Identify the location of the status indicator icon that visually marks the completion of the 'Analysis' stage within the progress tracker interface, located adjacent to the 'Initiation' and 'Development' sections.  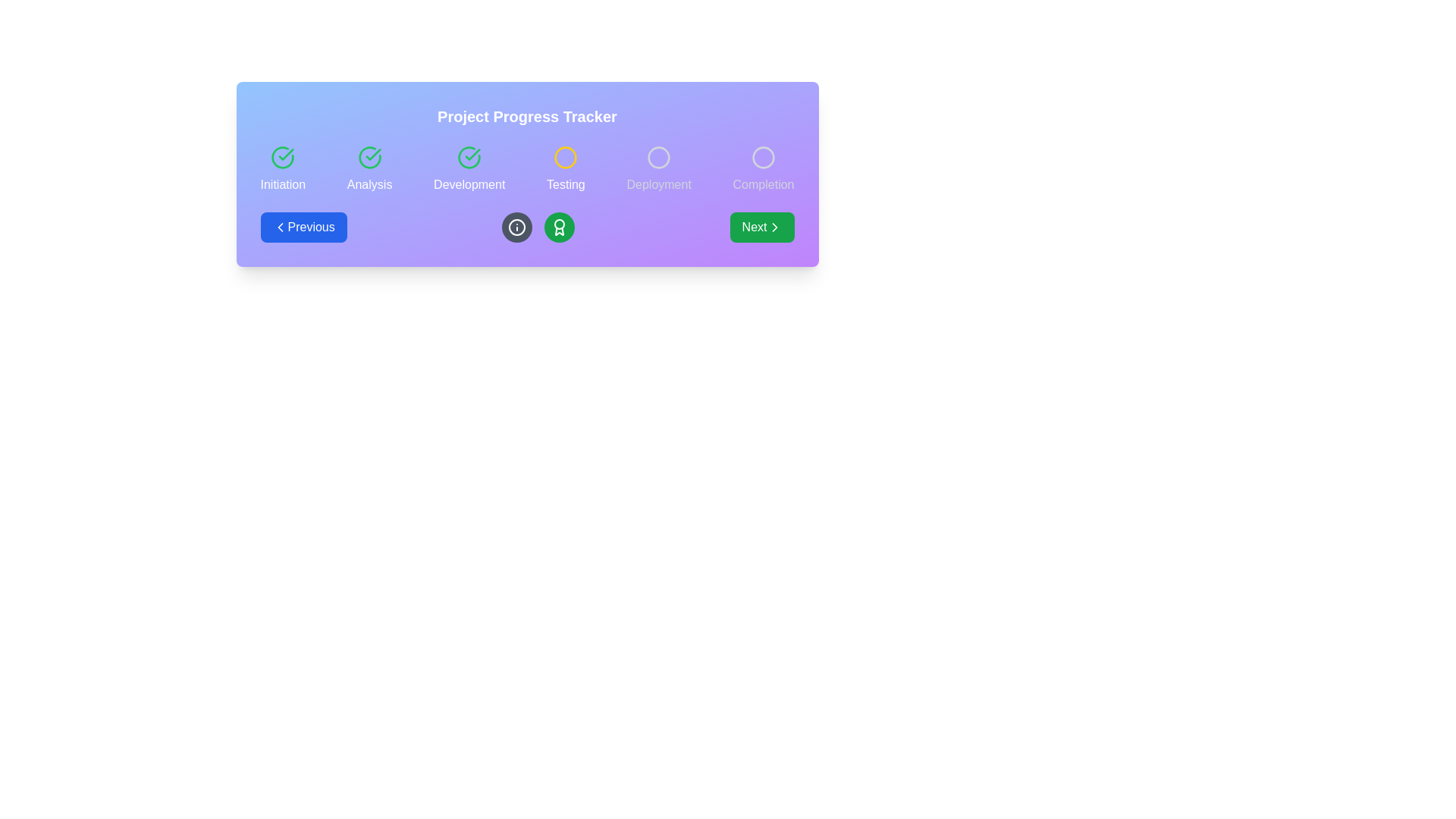
(373, 155).